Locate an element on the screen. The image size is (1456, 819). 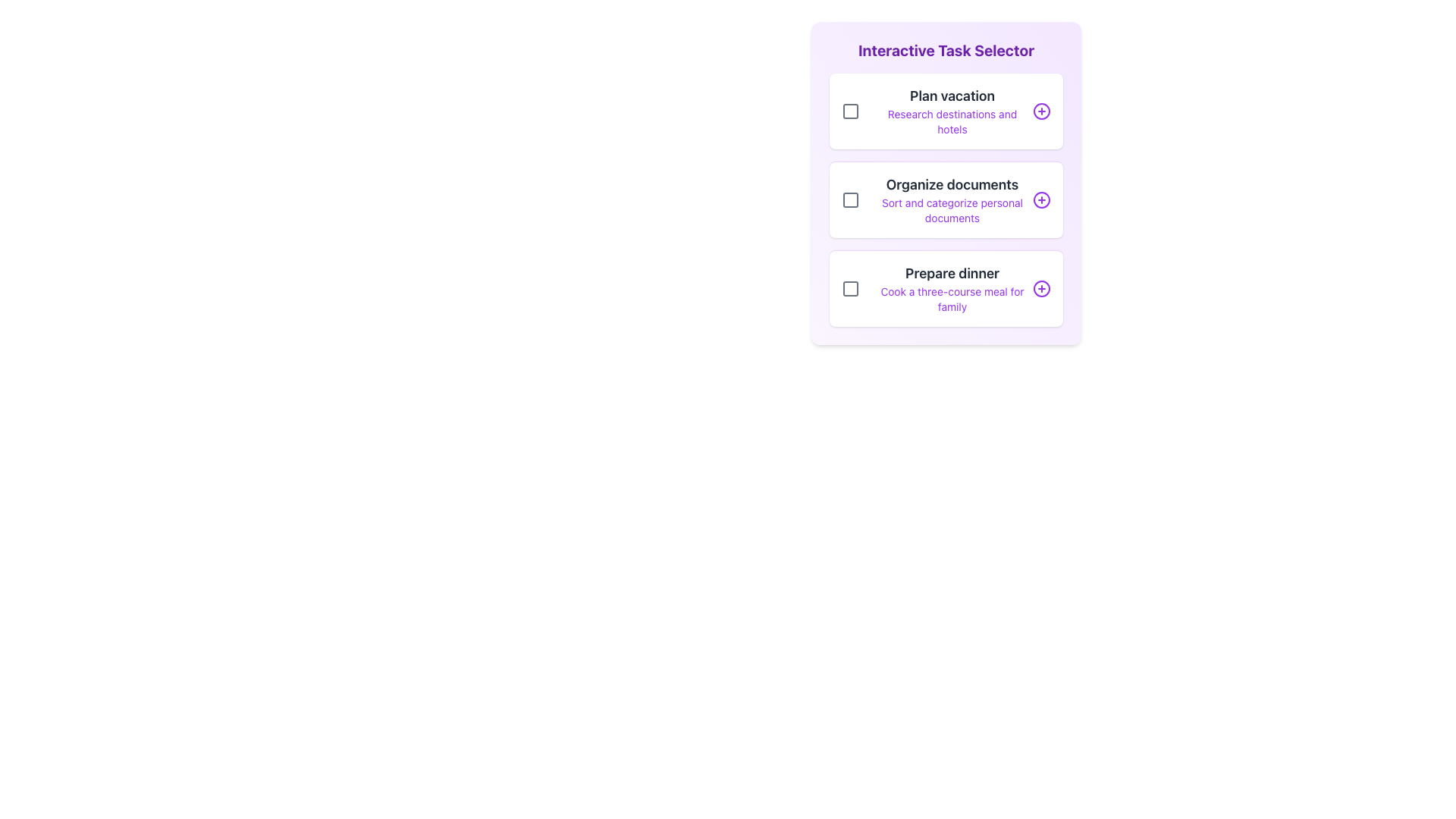
the 'Prepare dinner' text label located in the third task option of the 'Interactive Task Selector' interface is located at coordinates (952, 274).